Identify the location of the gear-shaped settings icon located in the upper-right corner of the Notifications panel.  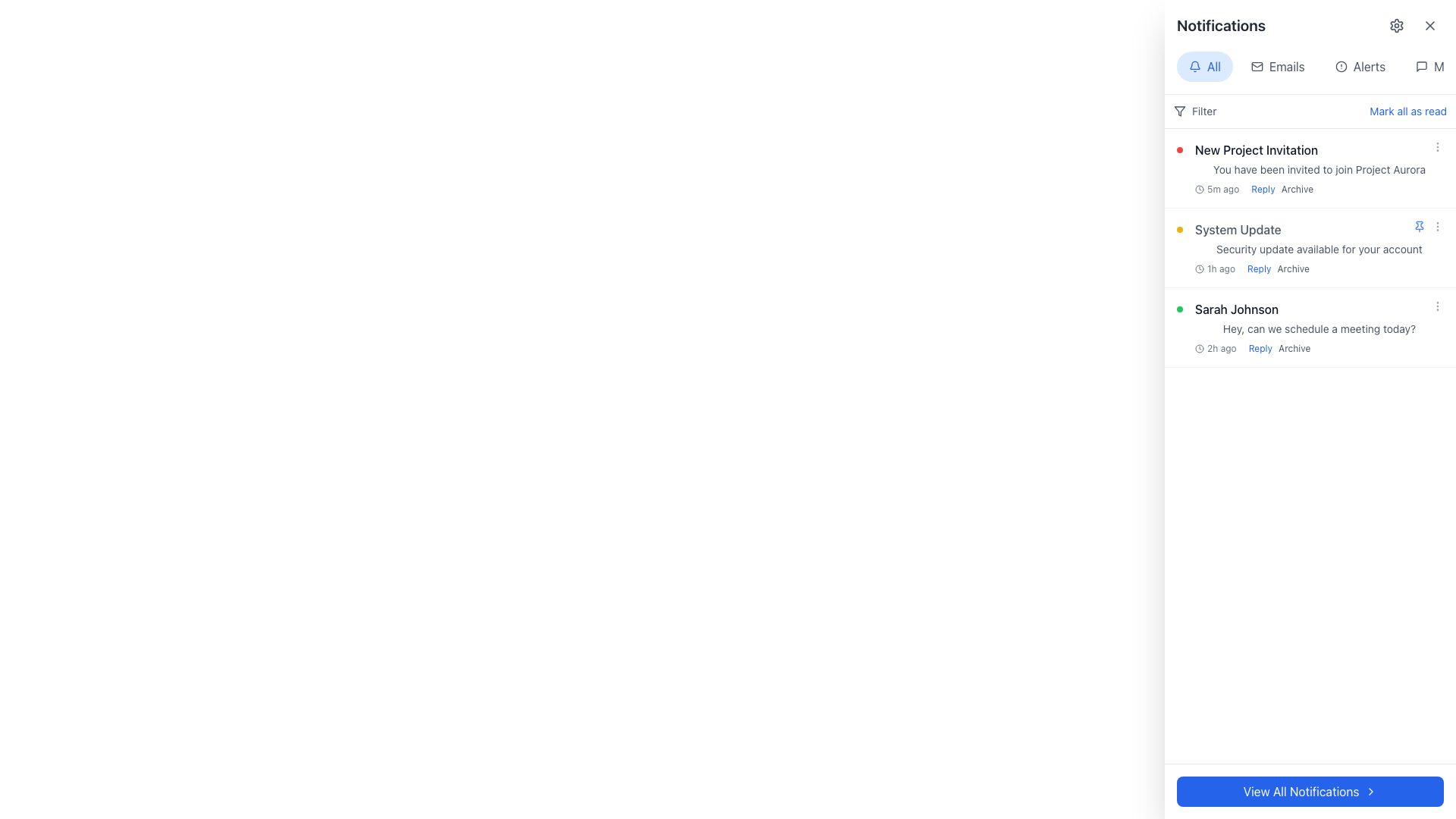
(1396, 26).